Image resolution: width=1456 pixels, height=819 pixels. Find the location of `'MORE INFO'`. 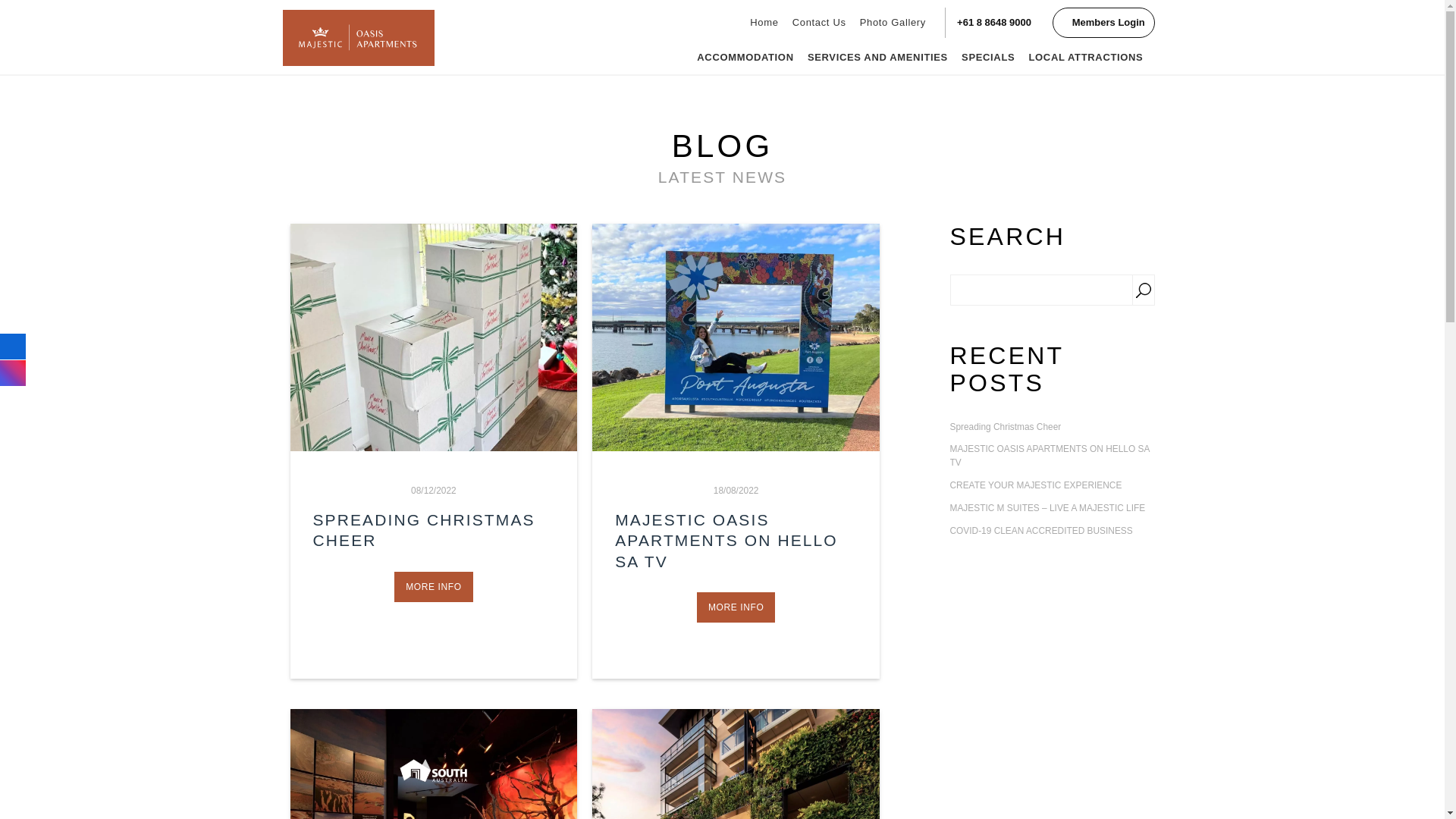

'MORE INFO' is located at coordinates (432, 586).